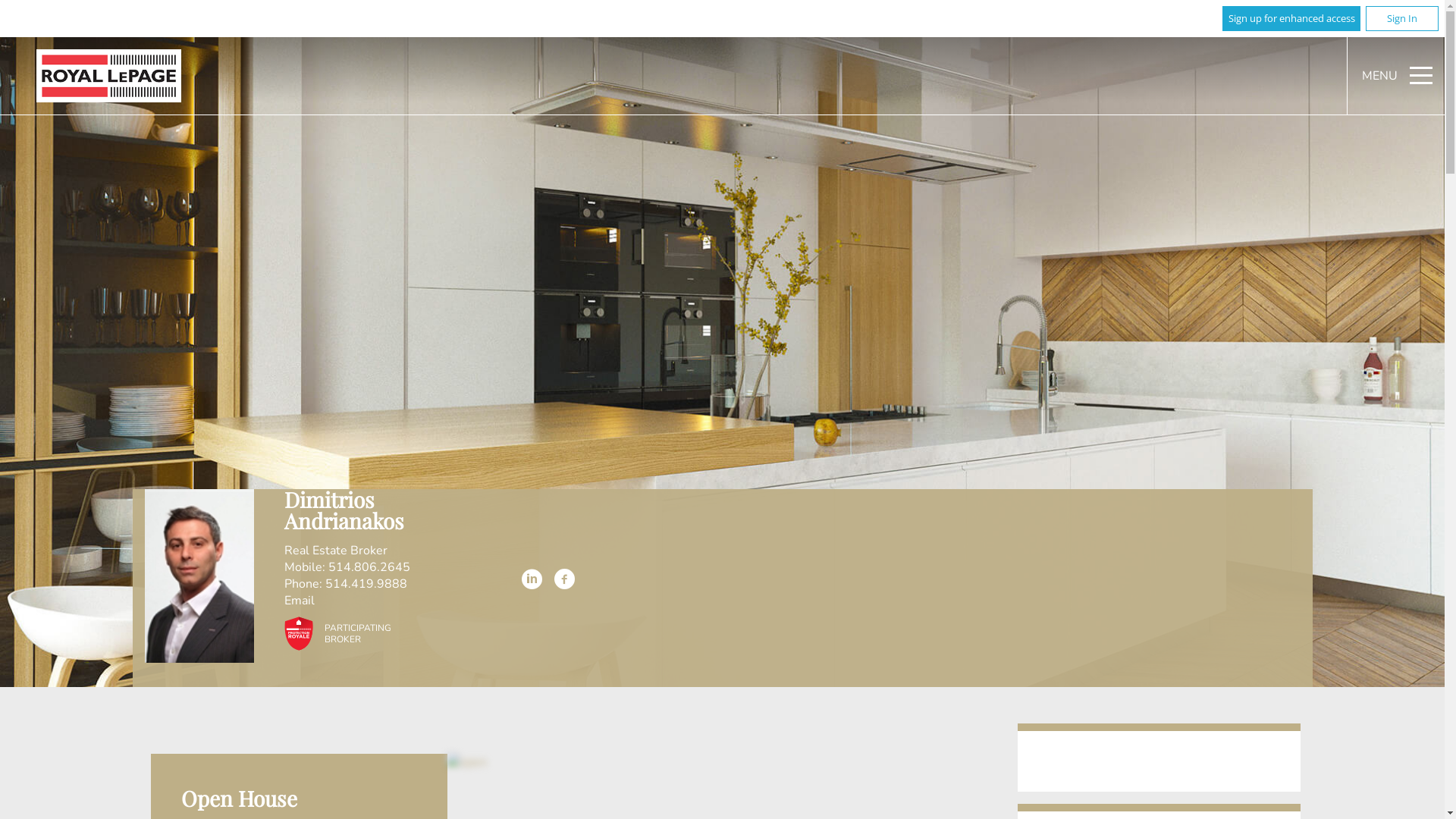  What do you see at coordinates (198, 576) in the screenshot?
I see `'Dimitrios Andrianakos'` at bounding box center [198, 576].